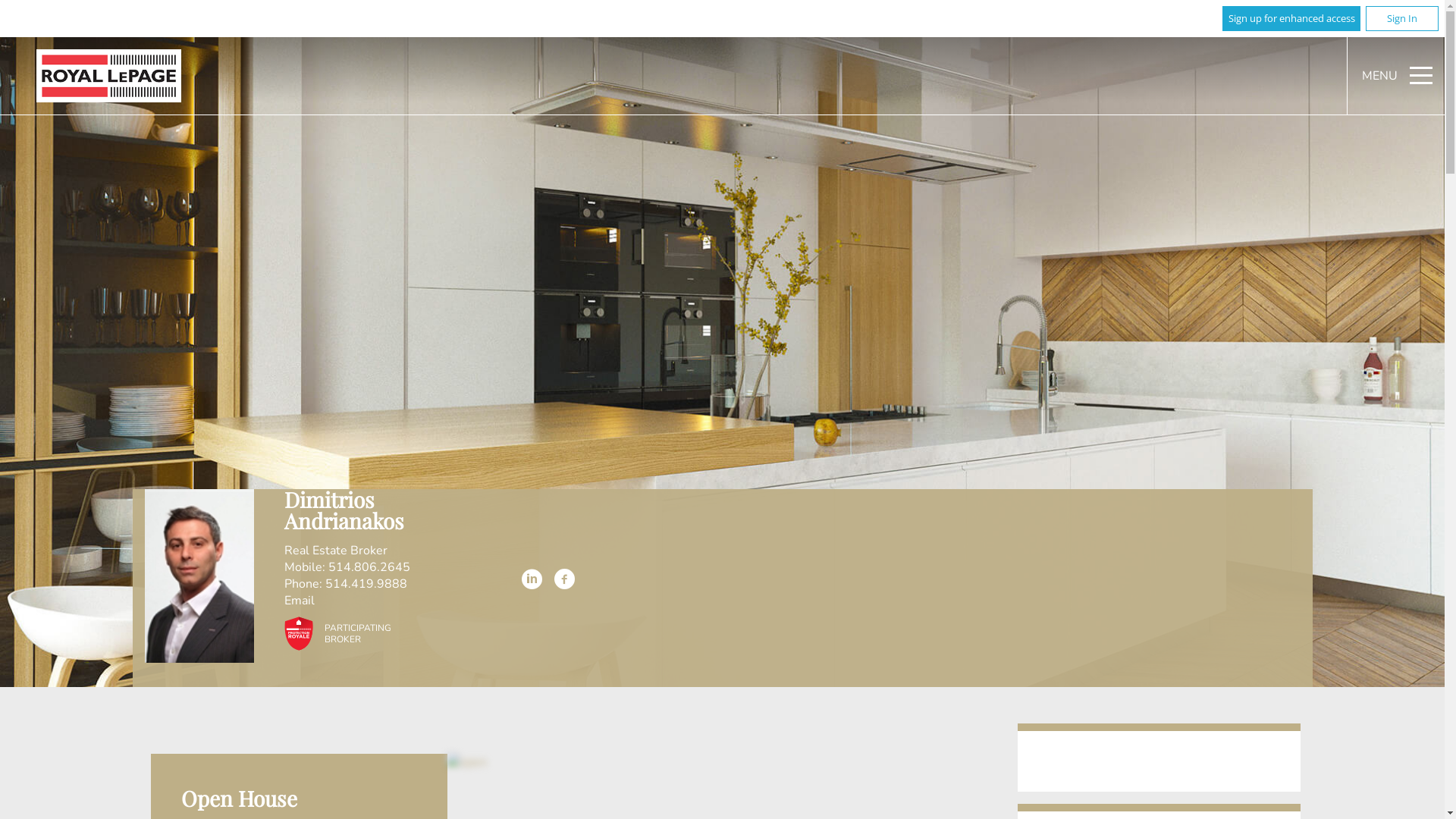  What do you see at coordinates (198, 576) in the screenshot?
I see `'Dimitrios Andrianakos'` at bounding box center [198, 576].